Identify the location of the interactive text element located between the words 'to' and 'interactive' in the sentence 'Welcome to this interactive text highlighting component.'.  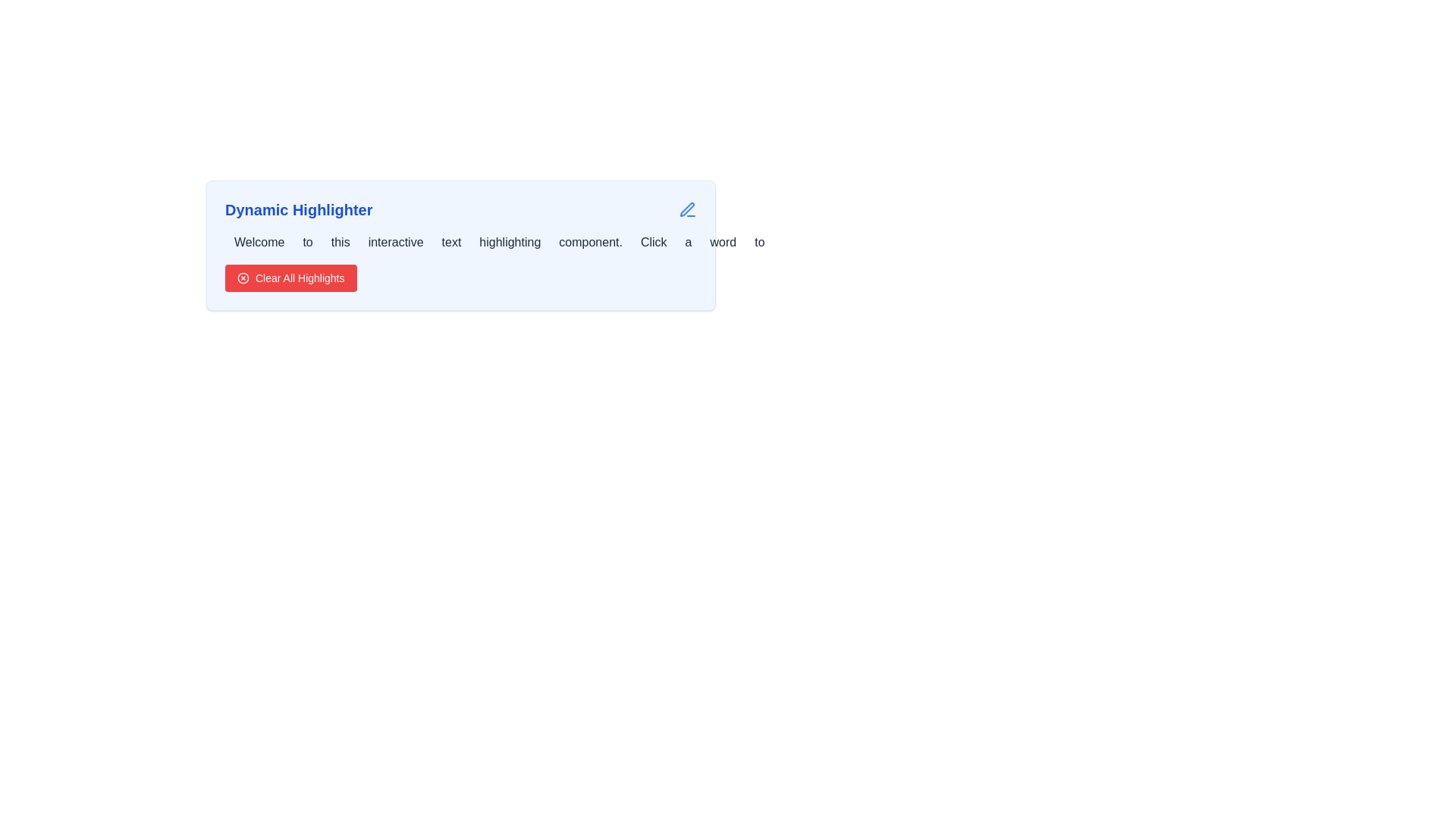
(340, 241).